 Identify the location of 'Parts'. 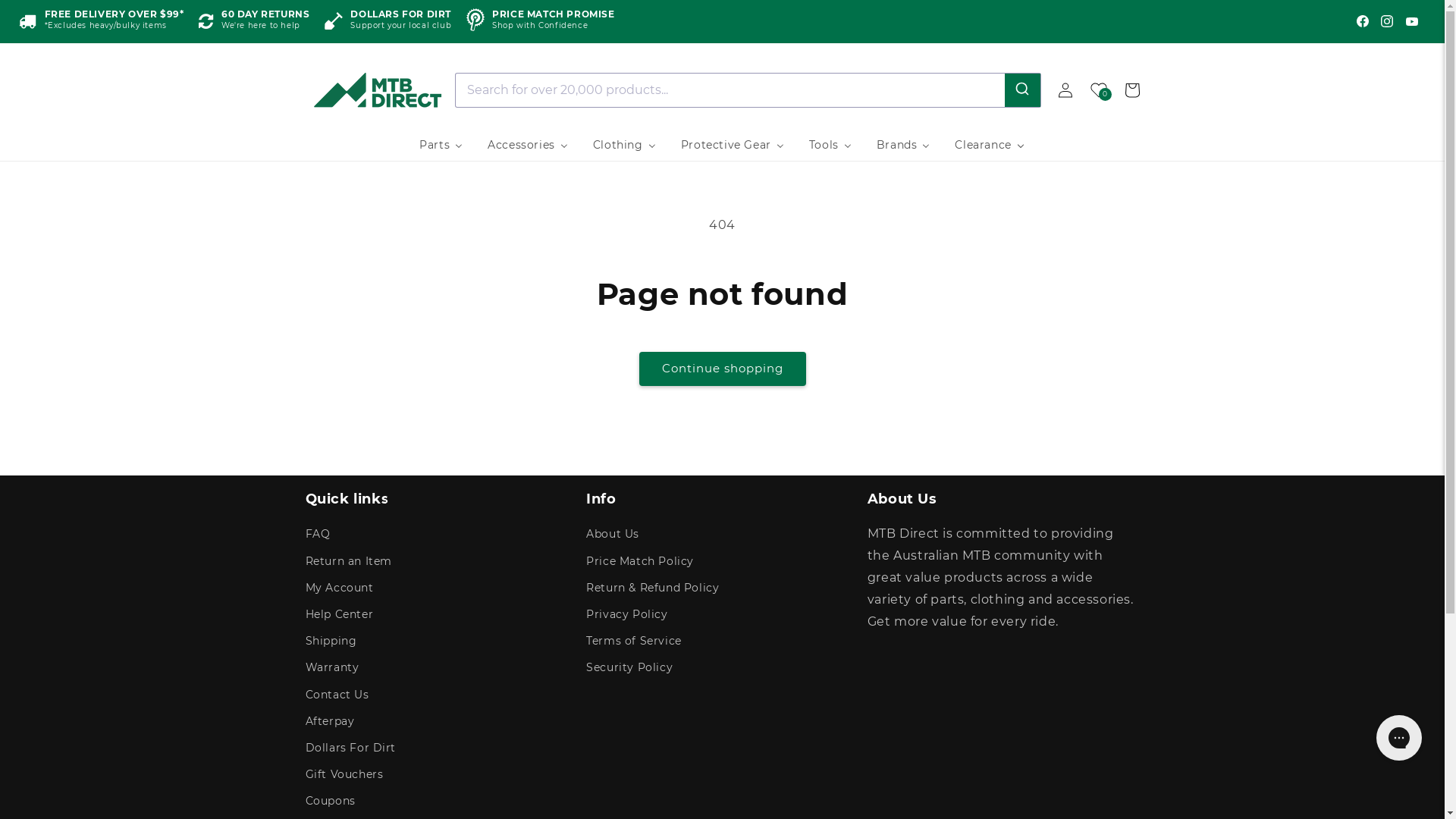
(440, 145).